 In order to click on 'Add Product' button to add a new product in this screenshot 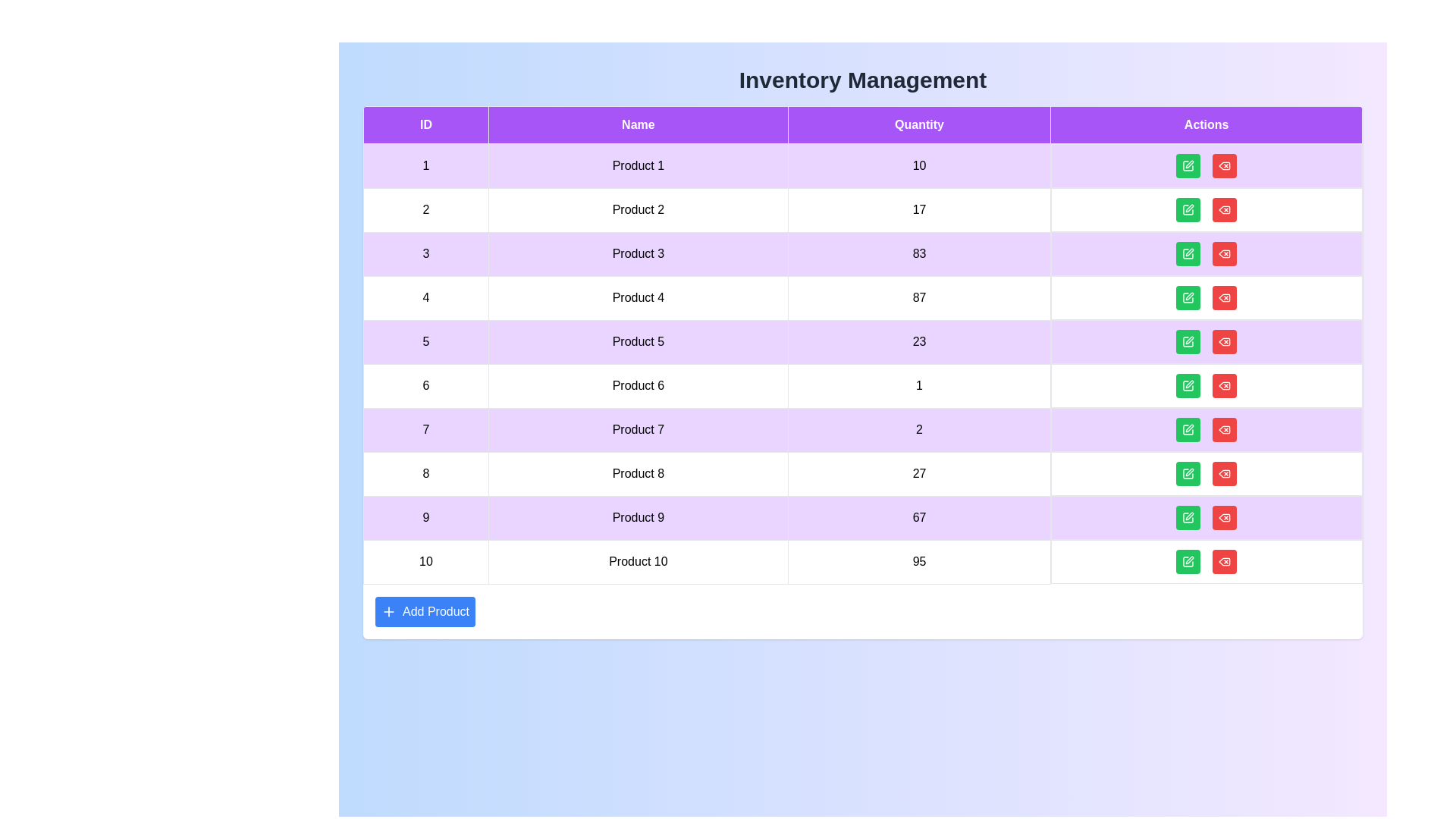, I will do `click(425, 610)`.